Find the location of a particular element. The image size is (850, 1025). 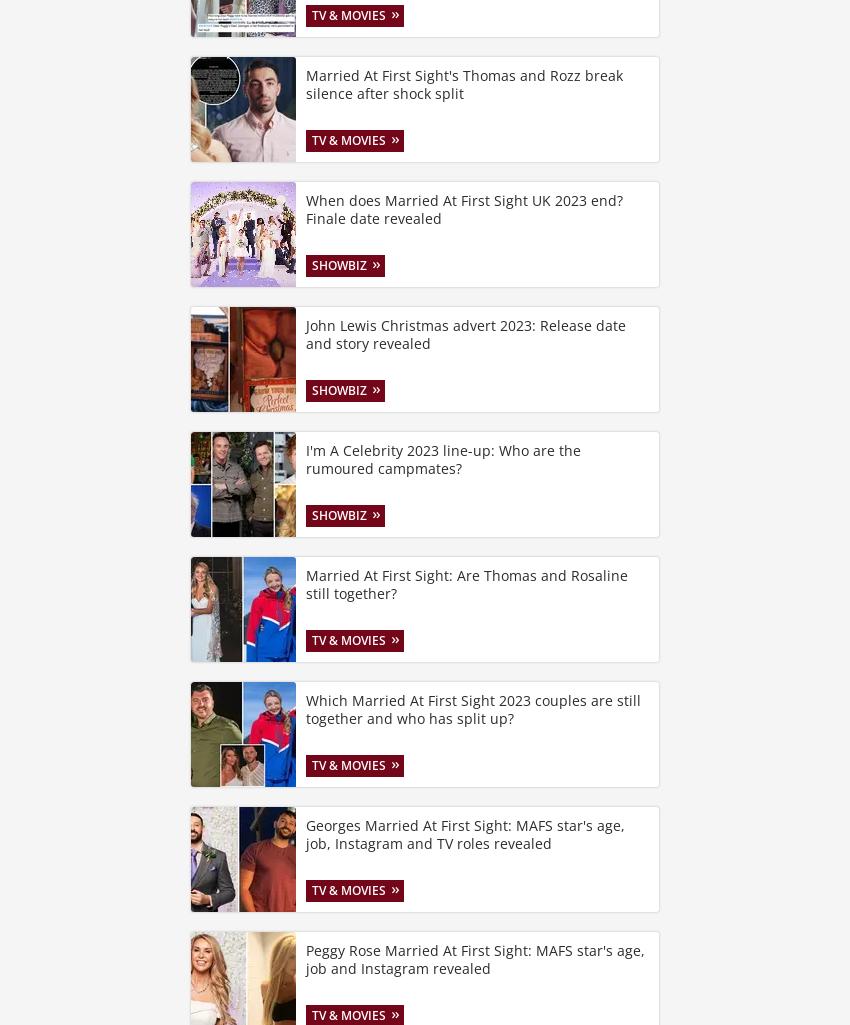

'I'm A Celebrity 2023 line-up: Who are the rumoured campmates?' is located at coordinates (442, 458).